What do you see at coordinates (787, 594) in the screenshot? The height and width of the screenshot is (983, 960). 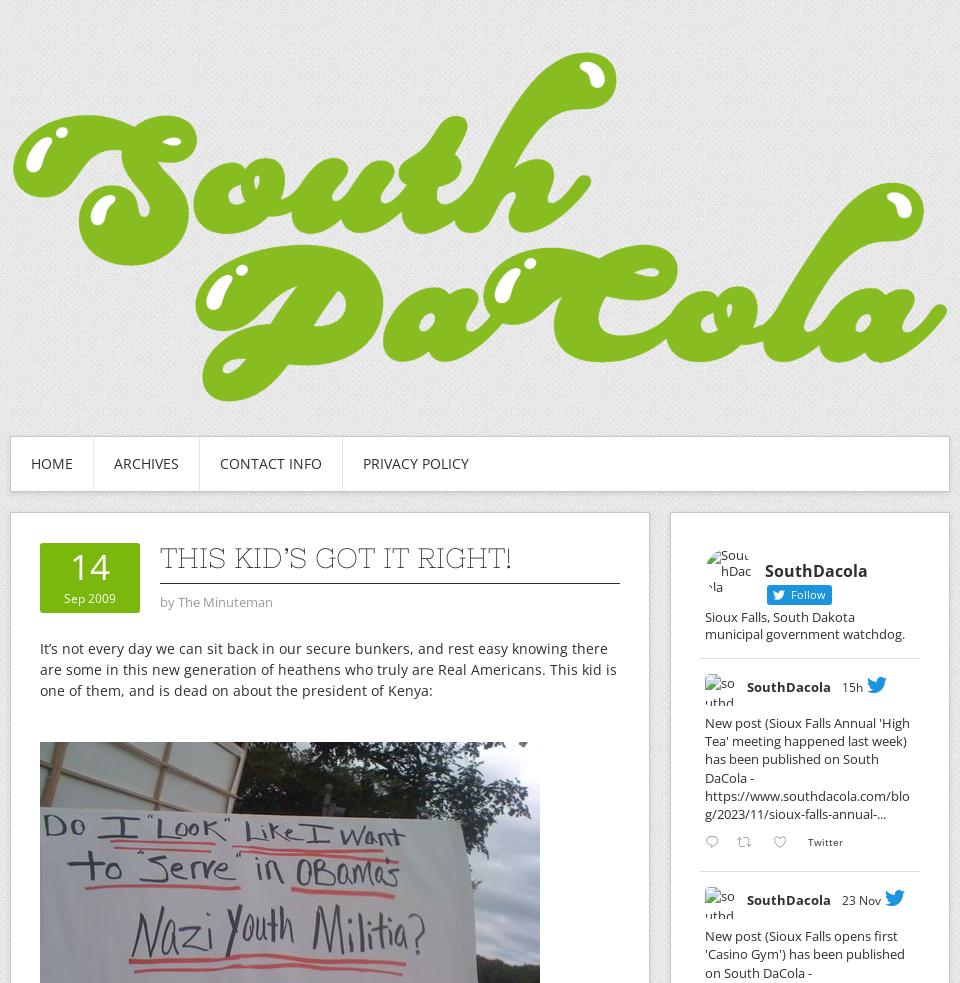 I see `'Follow'` at bounding box center [787, 594].